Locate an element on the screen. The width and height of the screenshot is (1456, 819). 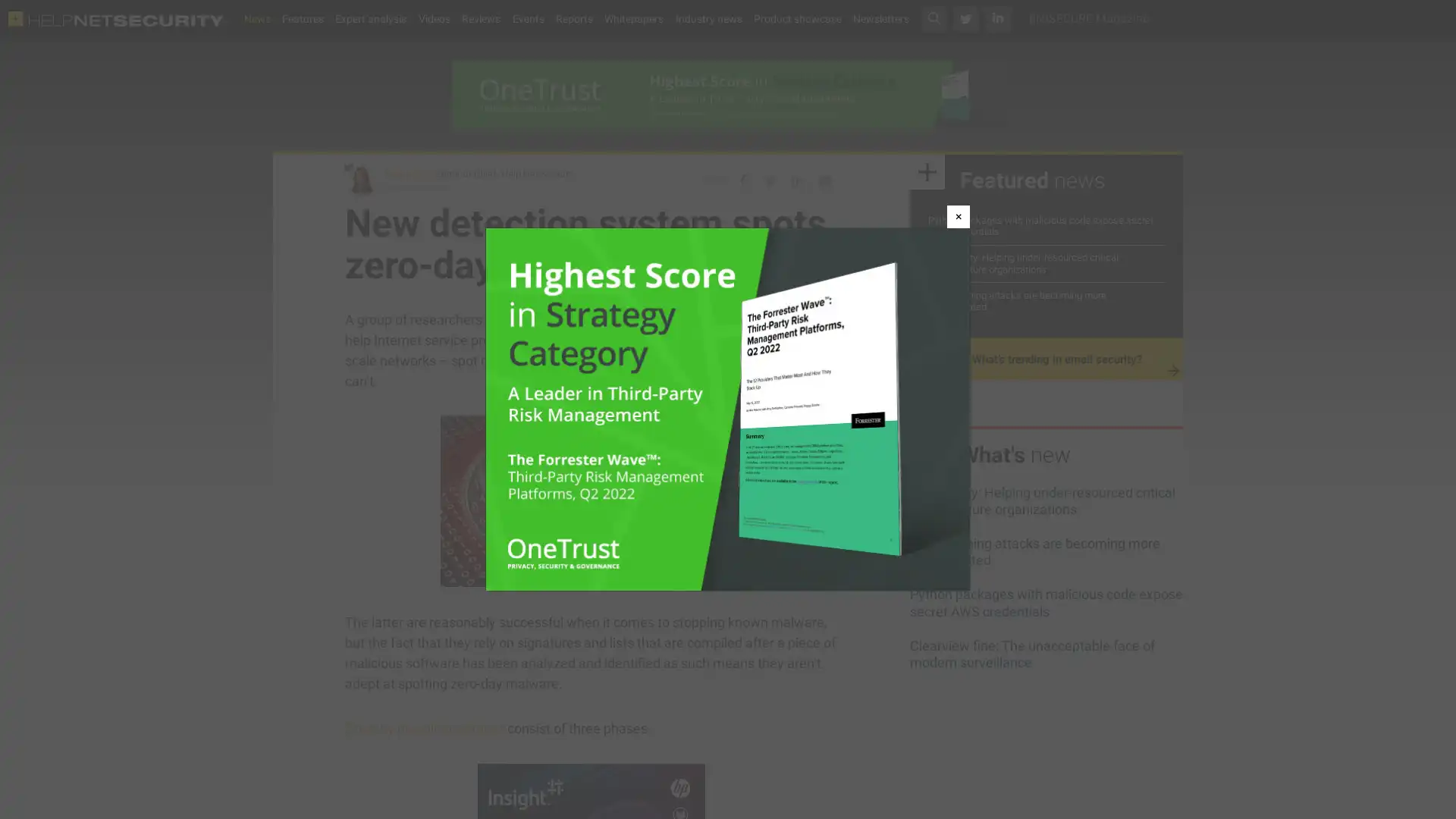
Toggle search is located at coordinates (934, 18).